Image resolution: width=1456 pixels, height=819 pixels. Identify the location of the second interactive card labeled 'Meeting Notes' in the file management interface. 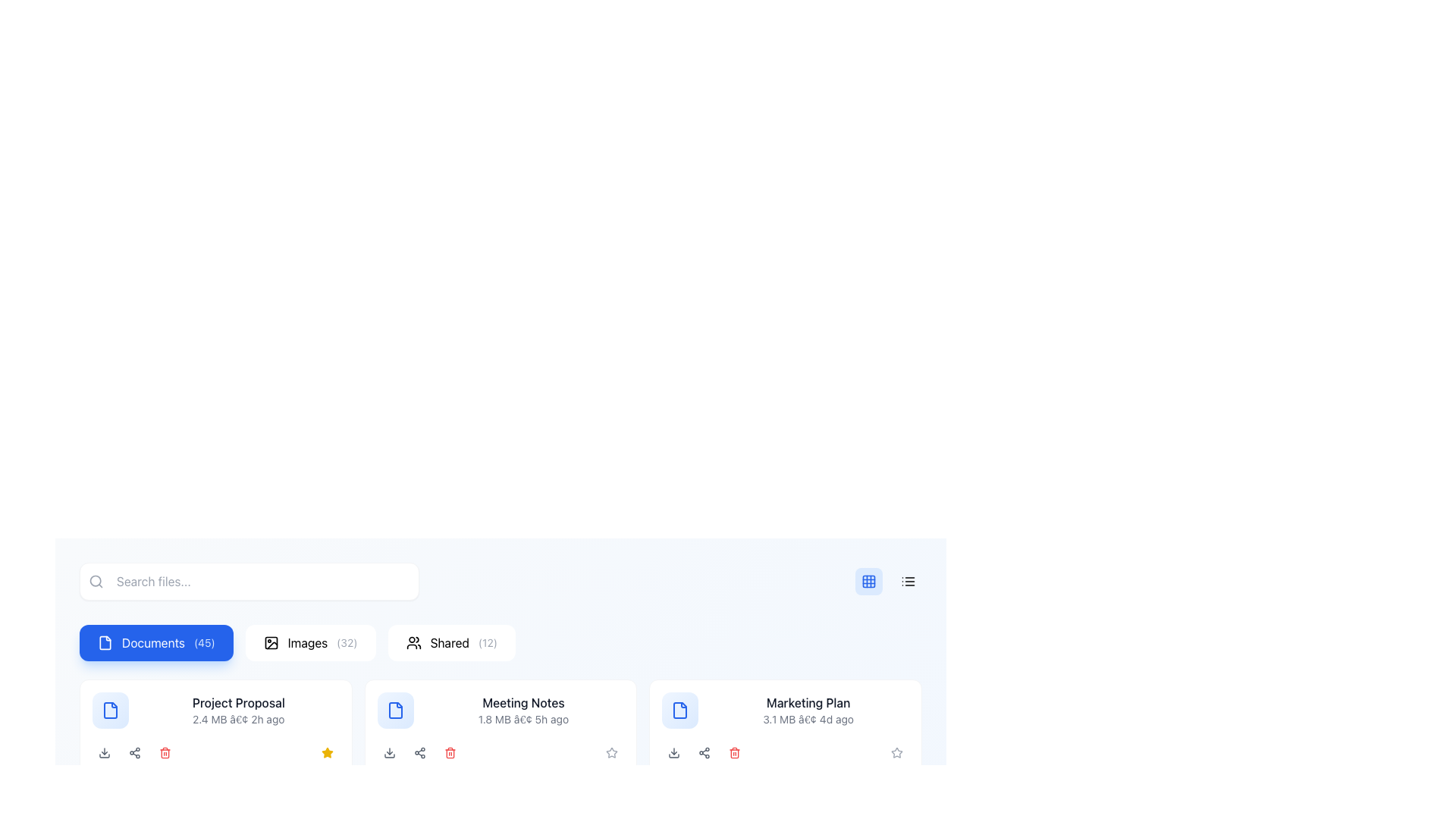
(500, 727).